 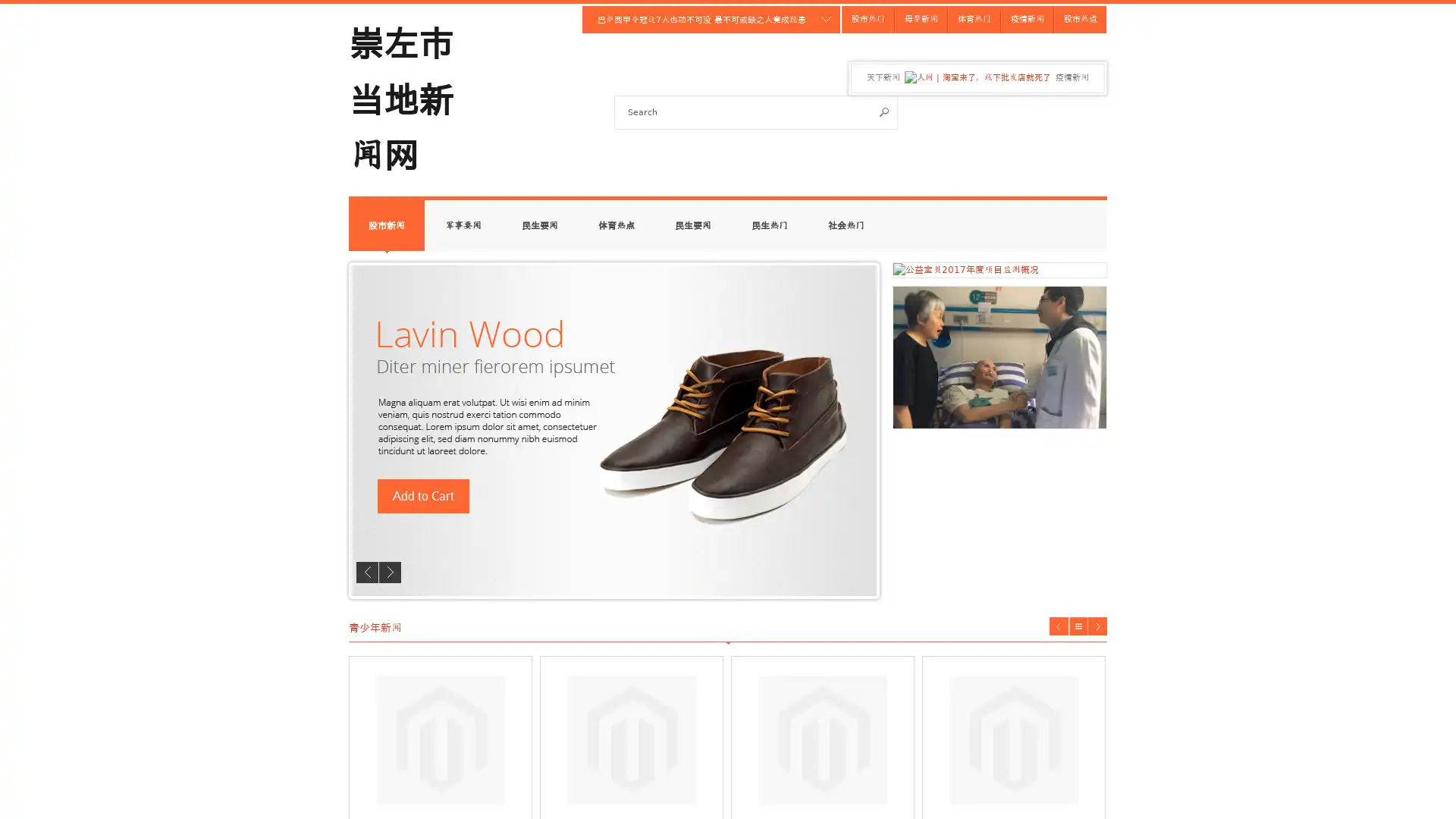 I want to click on Search, so click(x=884, y=111).